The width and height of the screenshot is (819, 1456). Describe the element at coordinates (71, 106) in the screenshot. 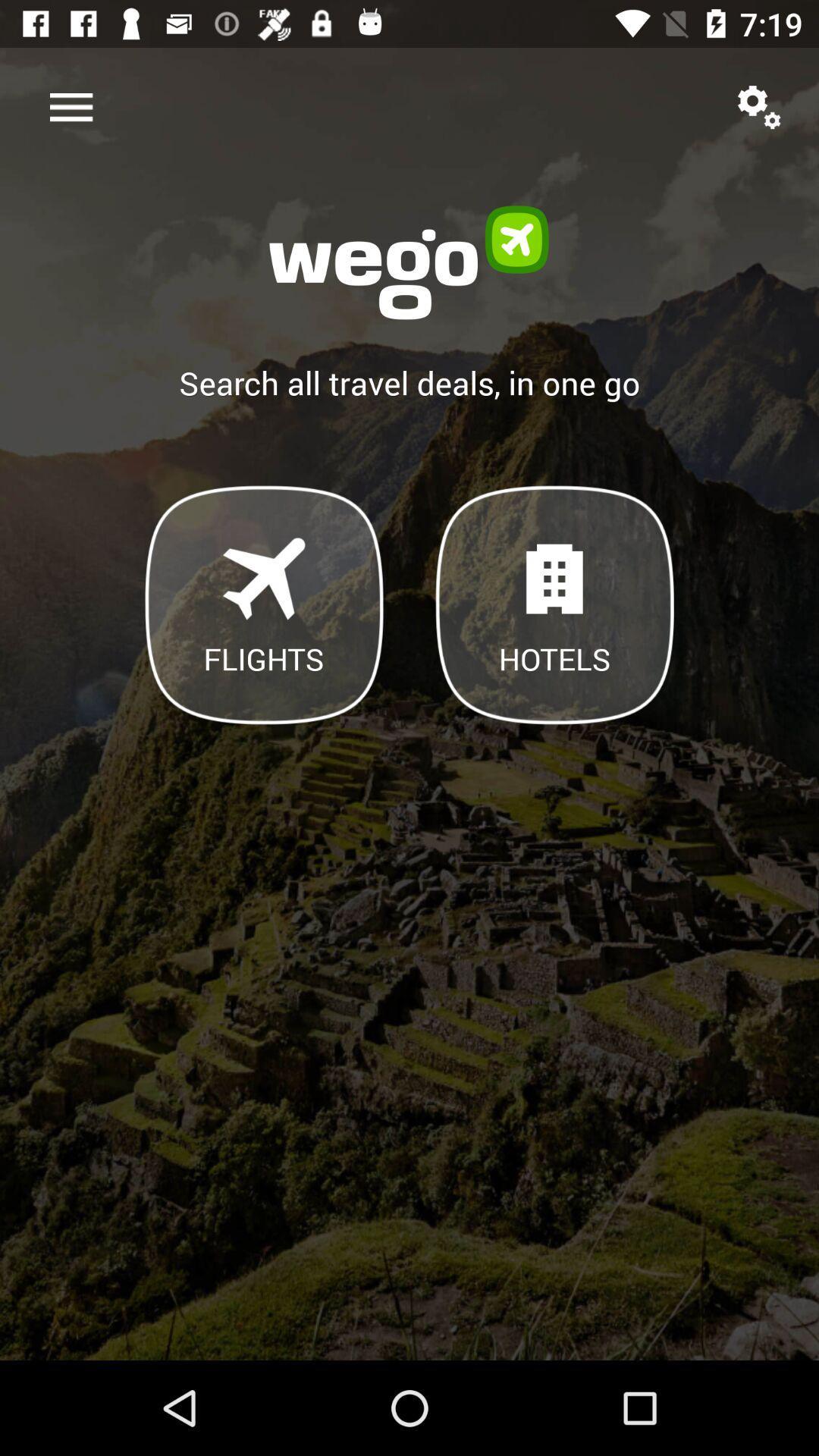

I see `the menu icon` at that location.